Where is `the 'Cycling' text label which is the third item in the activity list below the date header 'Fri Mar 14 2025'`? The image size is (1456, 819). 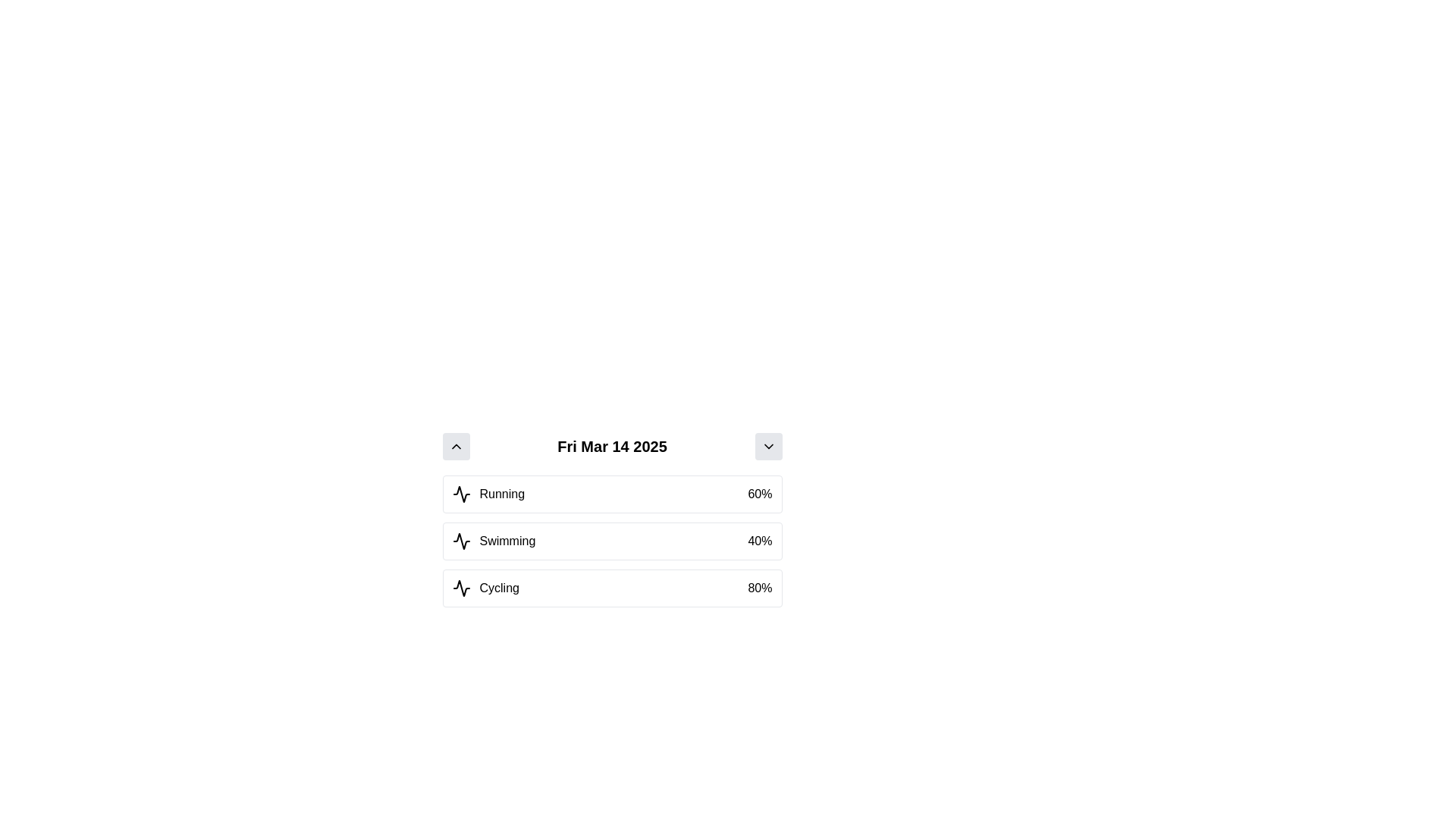
the 'Cycling' text label which is the third item in the activity list below the date header 'Fri Mar 14 2025' is located at coordinates (485, 587).